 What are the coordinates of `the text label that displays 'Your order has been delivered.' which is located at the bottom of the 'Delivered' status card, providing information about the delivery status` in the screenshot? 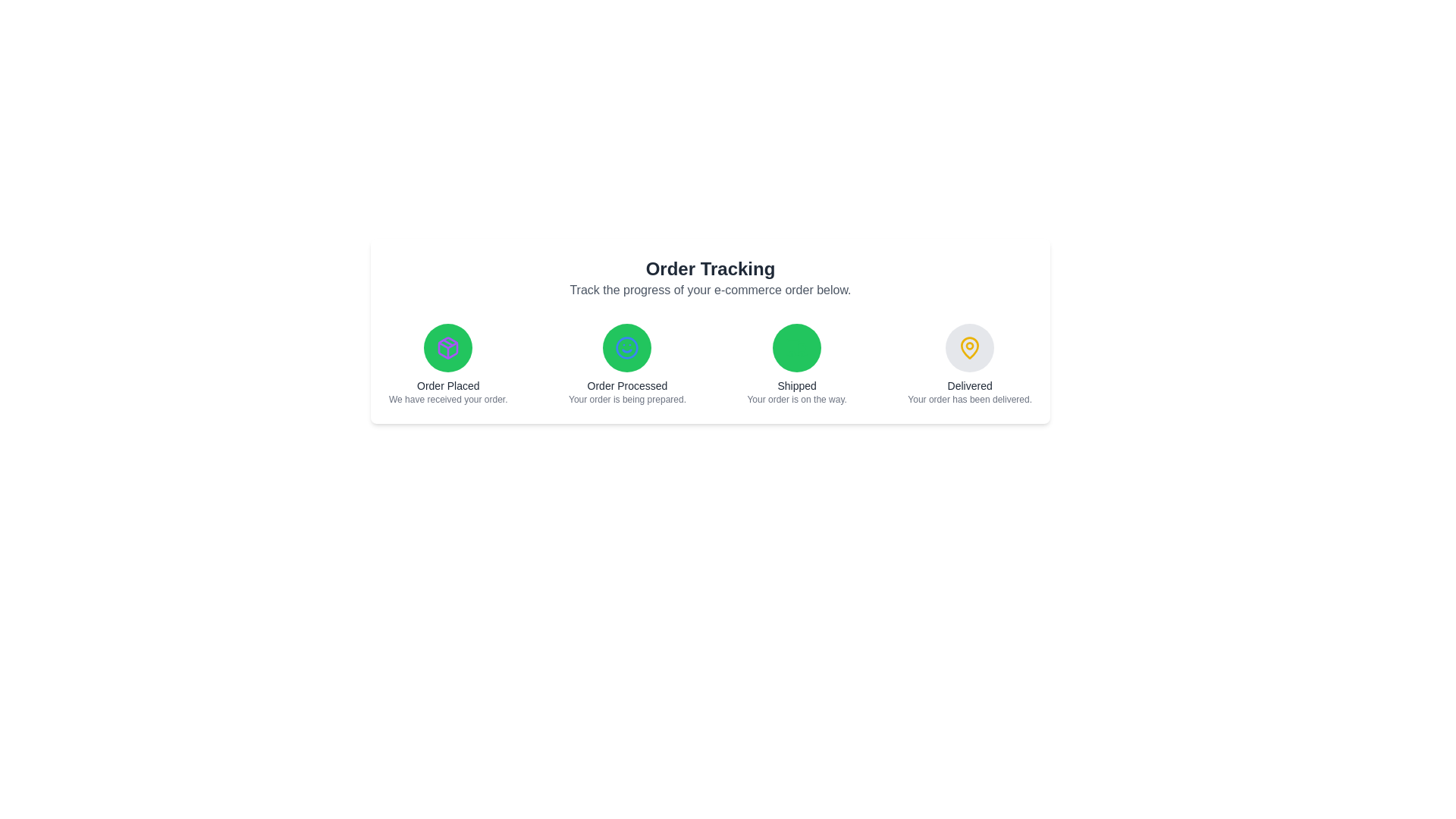 It's located at (969, 399).